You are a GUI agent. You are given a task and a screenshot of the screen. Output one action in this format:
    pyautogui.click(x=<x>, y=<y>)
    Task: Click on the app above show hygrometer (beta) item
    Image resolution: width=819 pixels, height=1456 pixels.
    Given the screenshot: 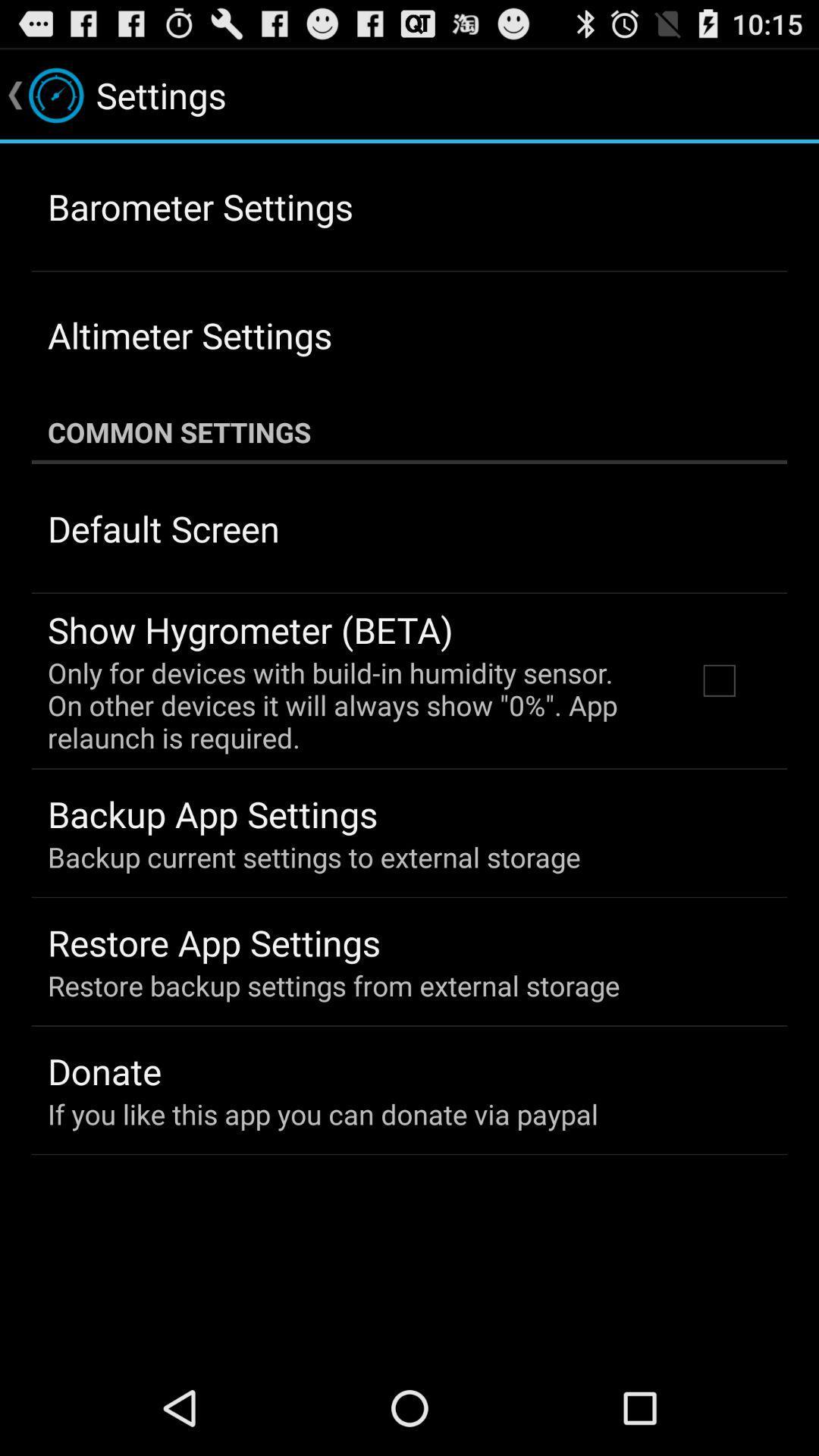 What is the action you would take?
    pyautogui.click(x=164, y=529)
    